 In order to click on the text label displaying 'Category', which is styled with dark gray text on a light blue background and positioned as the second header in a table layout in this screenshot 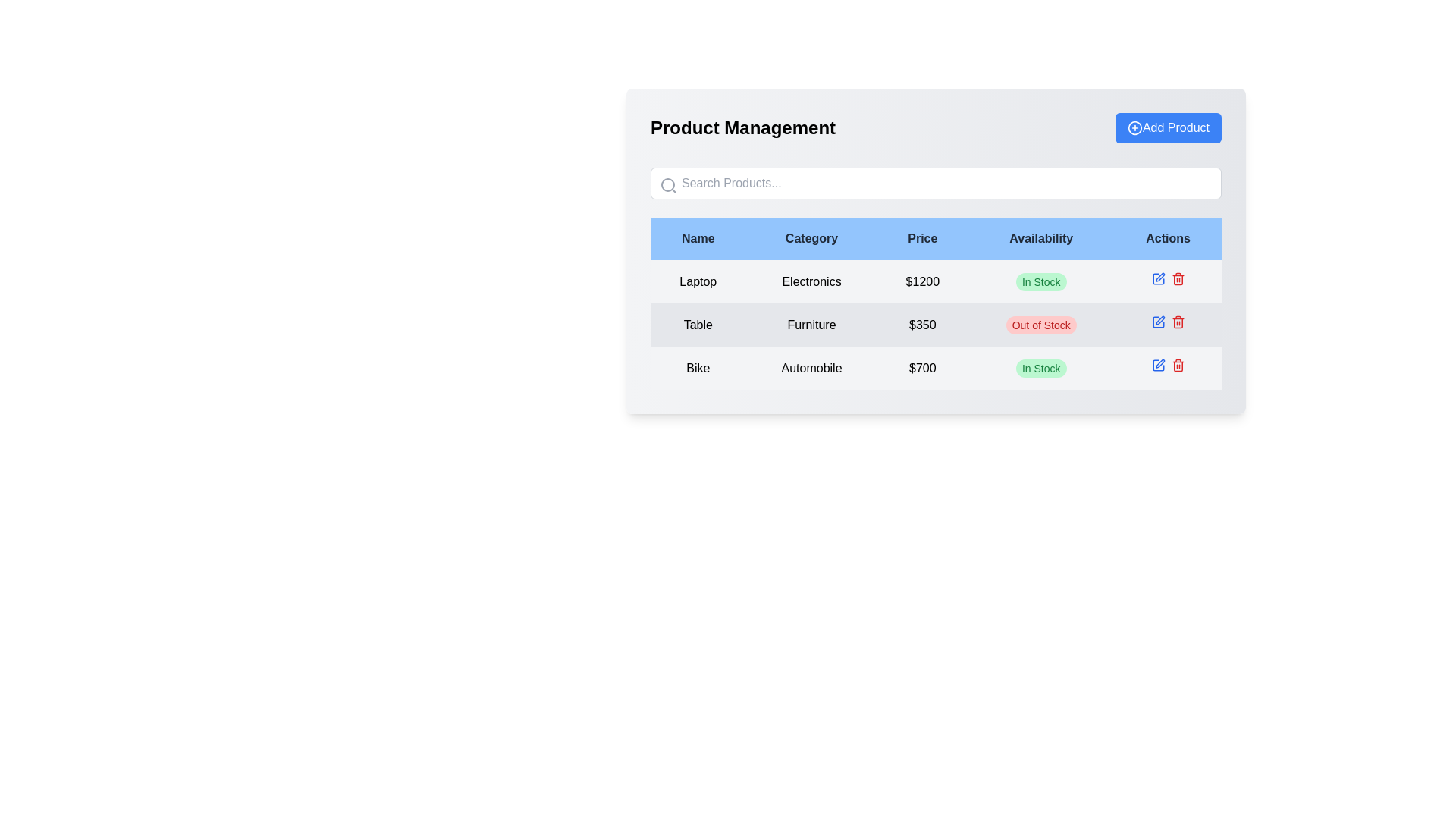, I will do `click(811, 239)`.